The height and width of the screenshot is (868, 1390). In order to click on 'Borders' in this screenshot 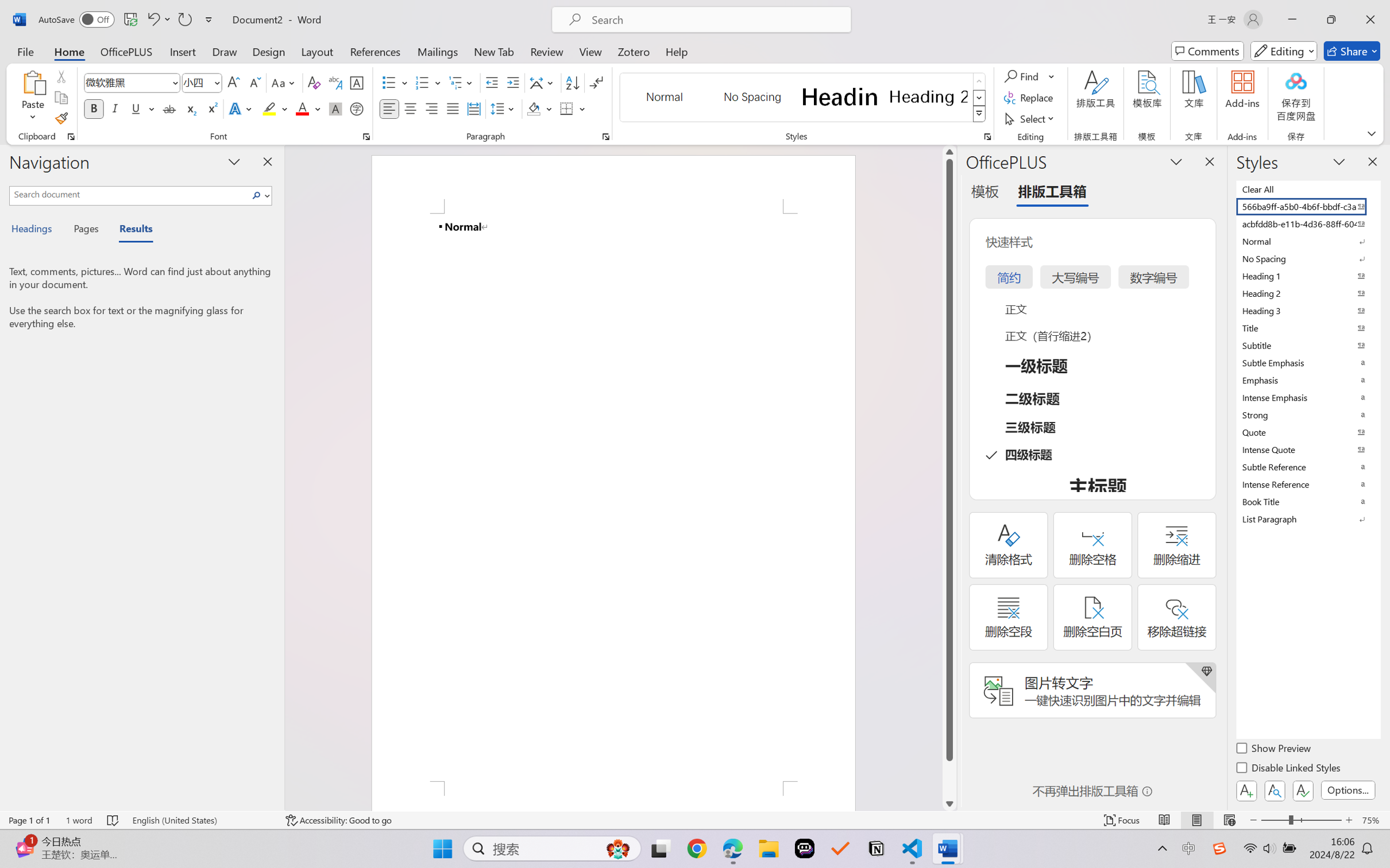, I will do `click(567, 108)`.